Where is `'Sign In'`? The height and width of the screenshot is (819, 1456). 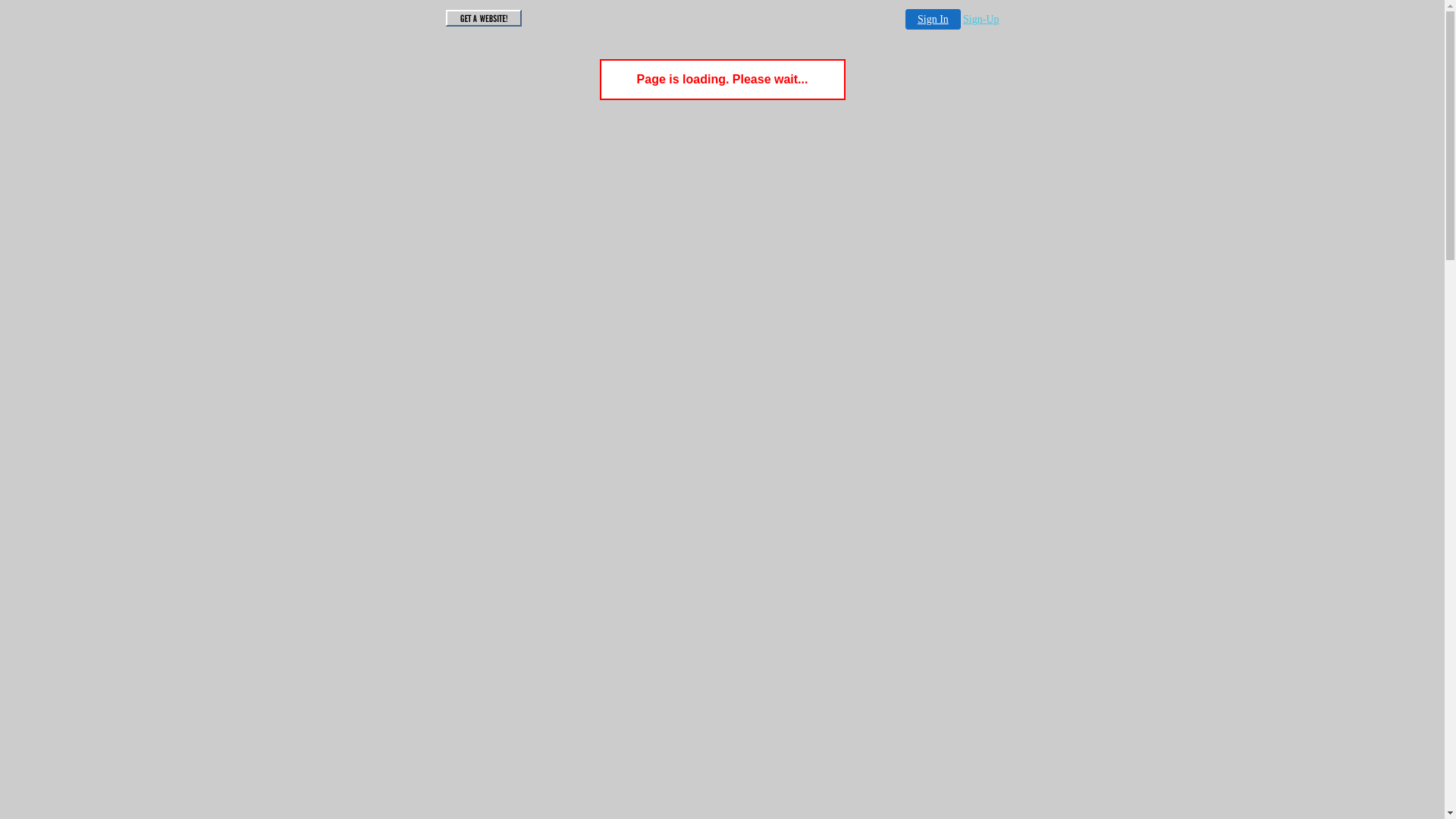
'Sign In' is located at coordinates (932, 19).